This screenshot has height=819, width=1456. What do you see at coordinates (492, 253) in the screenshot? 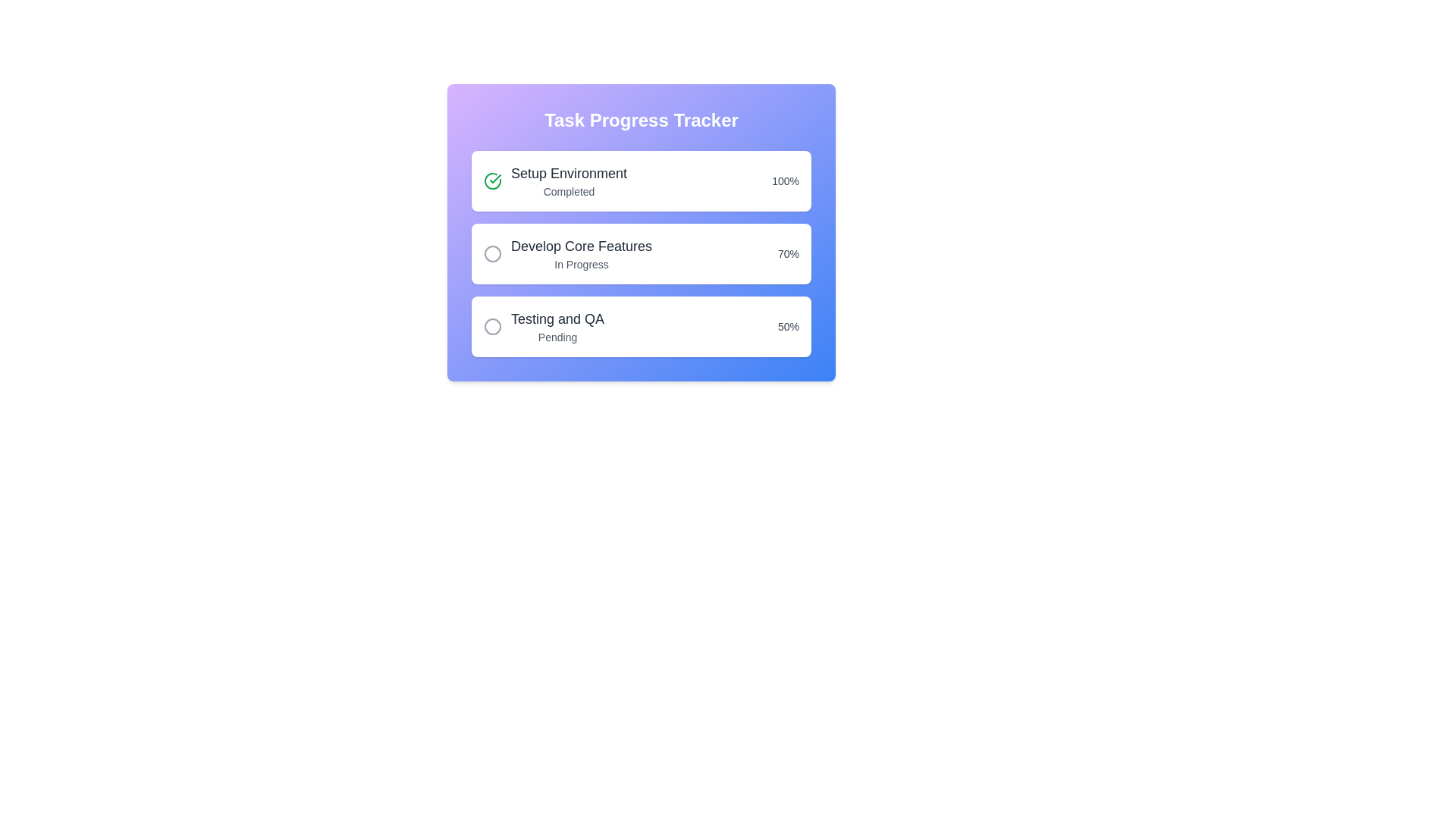
I see `the Circle icon indicating the progress status of the task 'Develop Core Features', which is marked 'In Progress'` at bounding box center [492, 253].